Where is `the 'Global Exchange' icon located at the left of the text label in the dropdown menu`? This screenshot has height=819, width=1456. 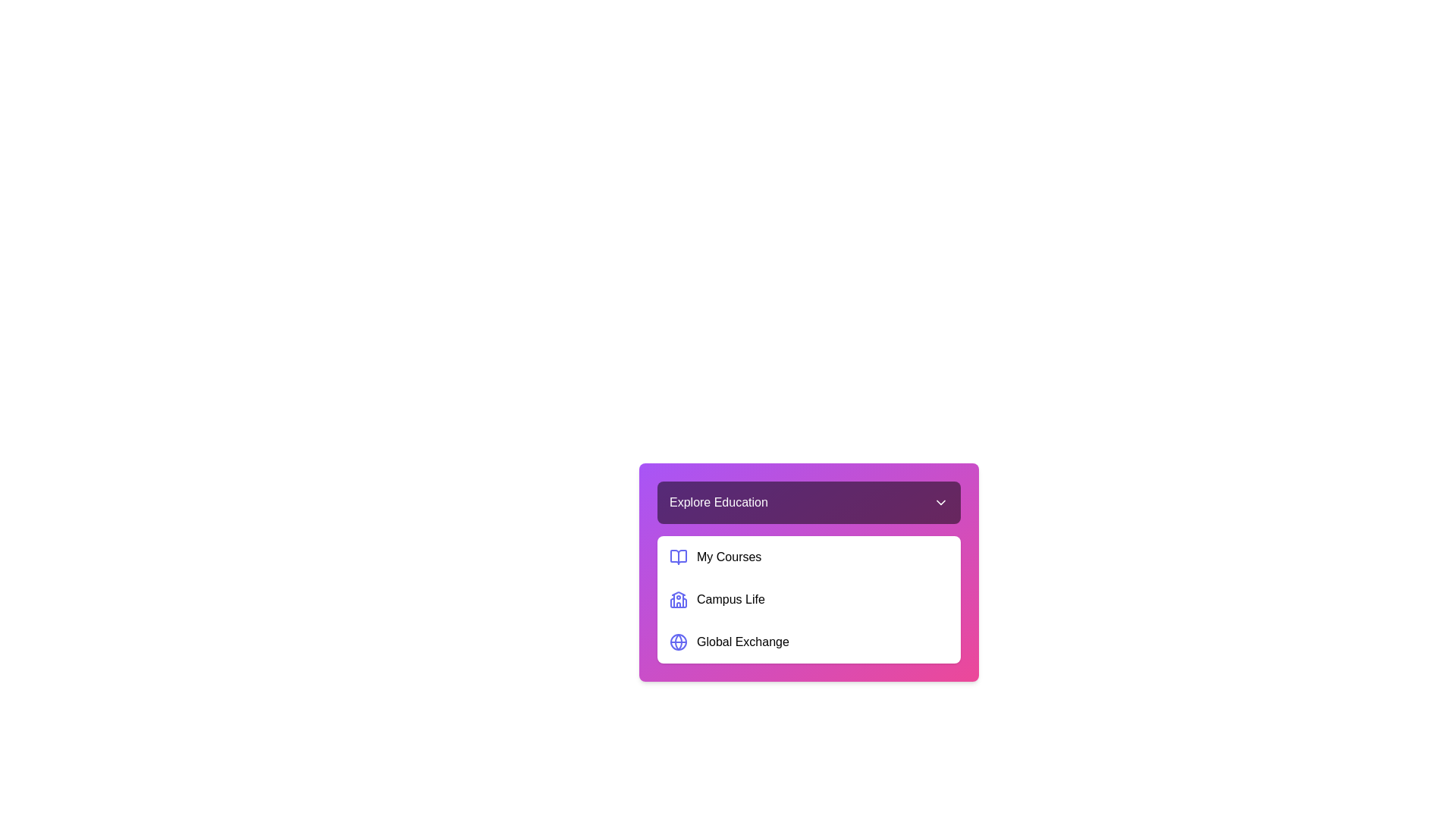 the 'Global Exchange' icon located at the left of the text label in the dropdown menu is located at coordinates (677, 642).